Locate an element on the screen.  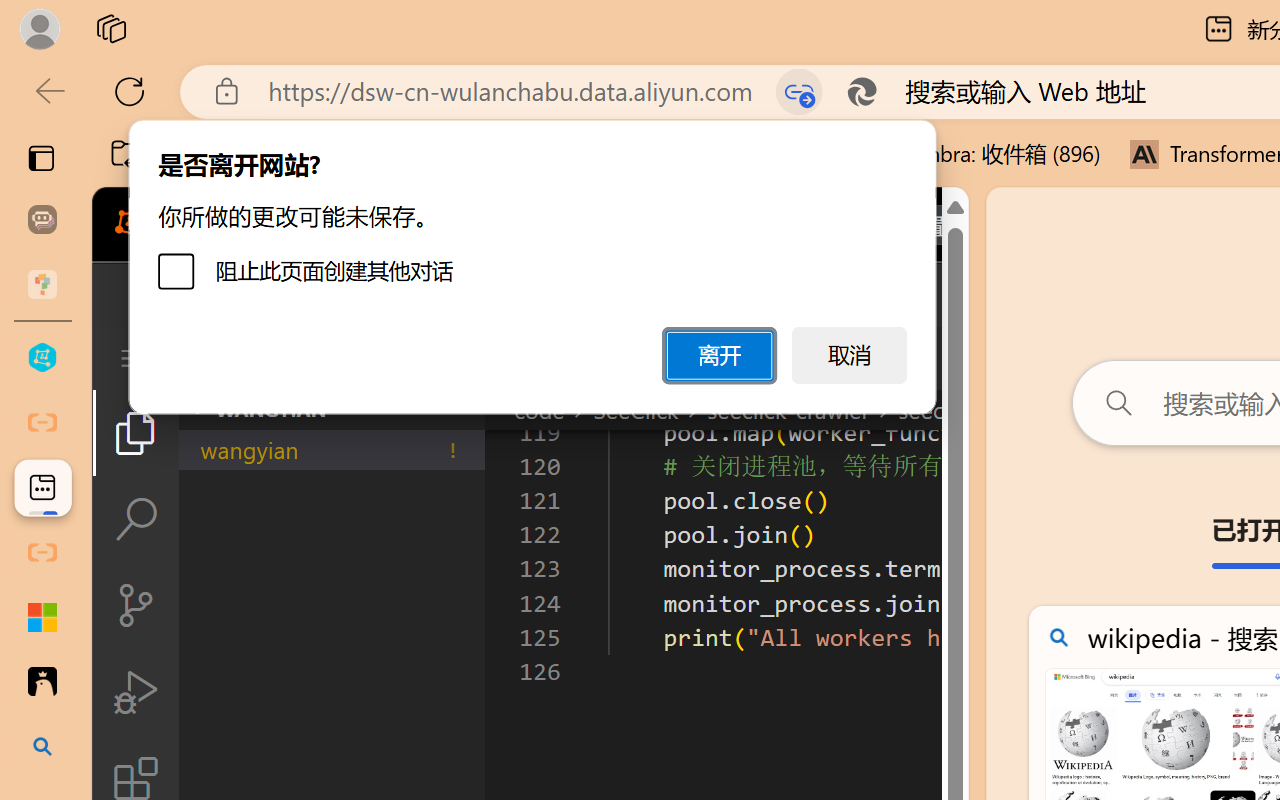
'Run and Debug (Ctrl+Shift+D)' is located at coordinates (134, 692).